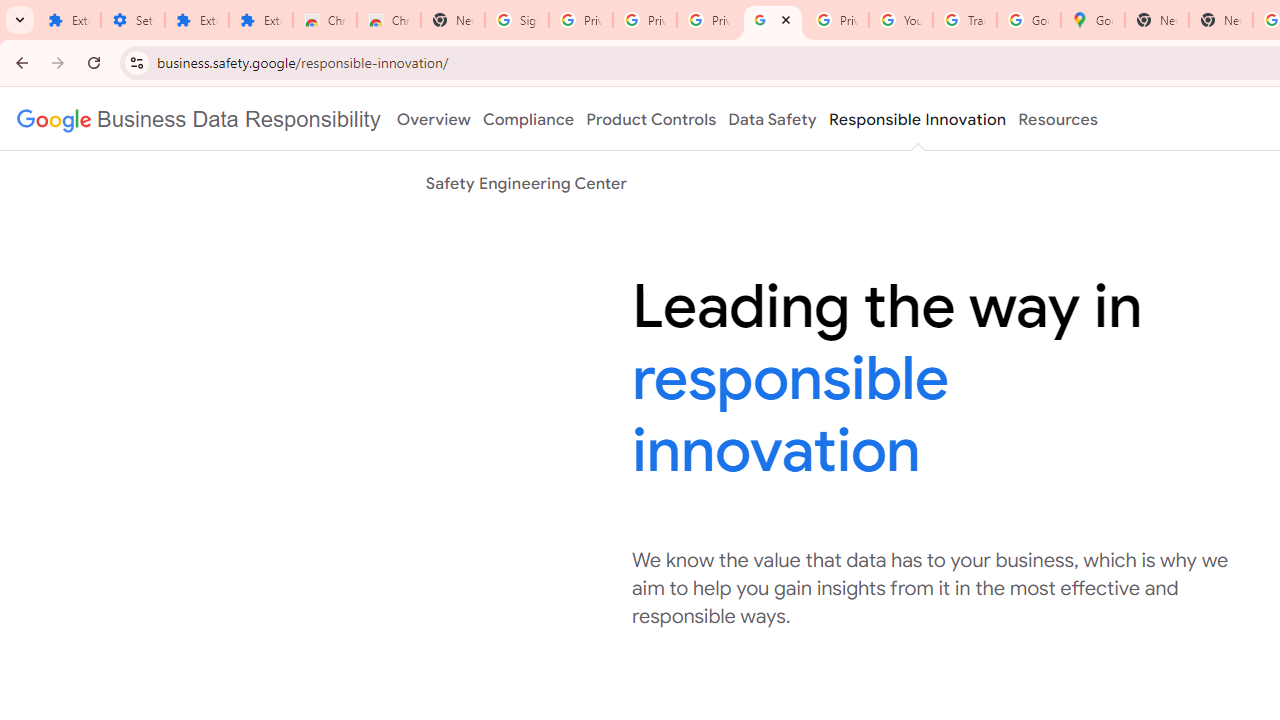  What do you see at coordinates (528, 119) in the screenshot?
I see `'Compliance'` at bounding box center [528, 119].